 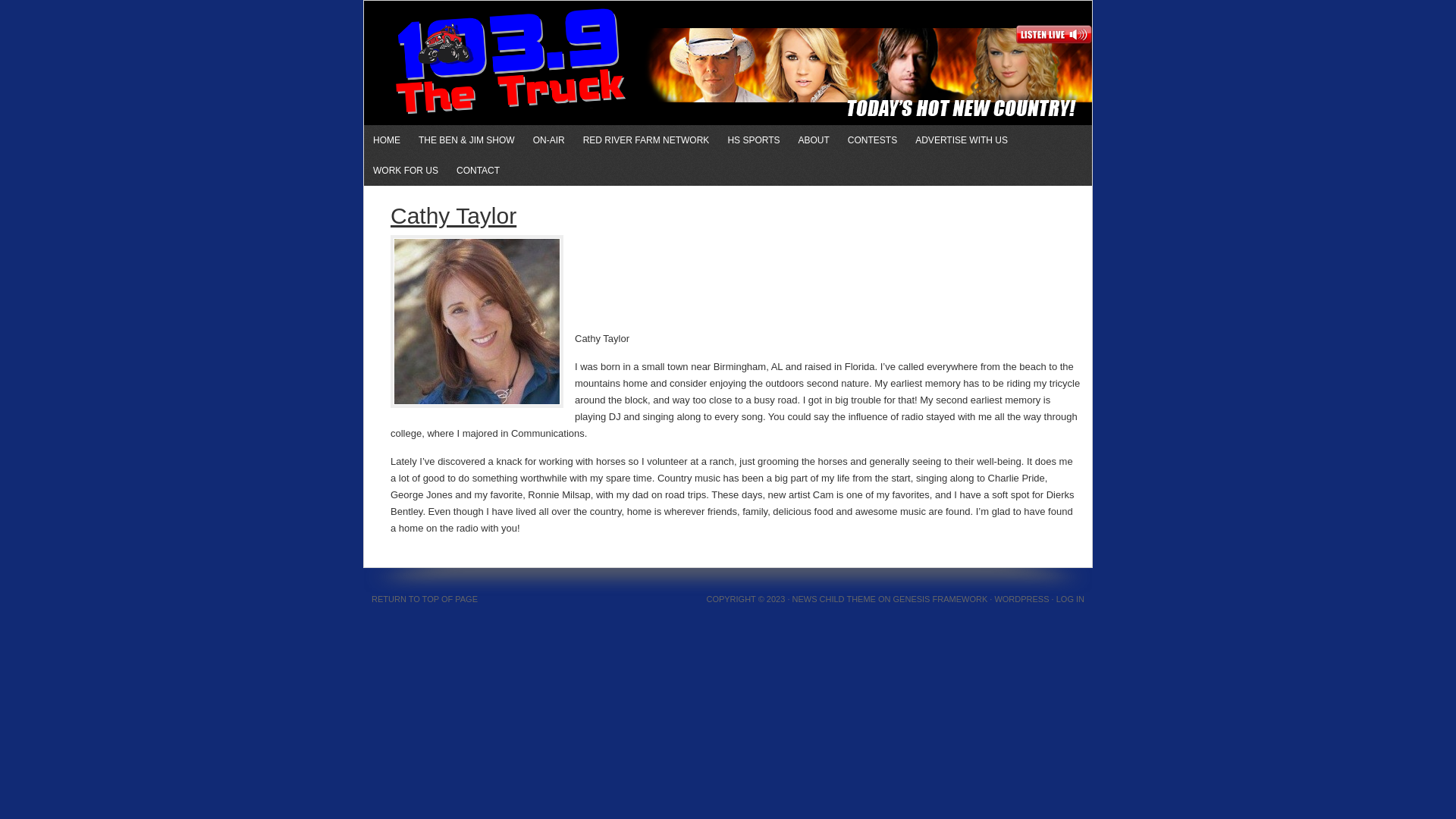 I want to click on 'ADVERTISE WITH US', so click(x=960, y=140).